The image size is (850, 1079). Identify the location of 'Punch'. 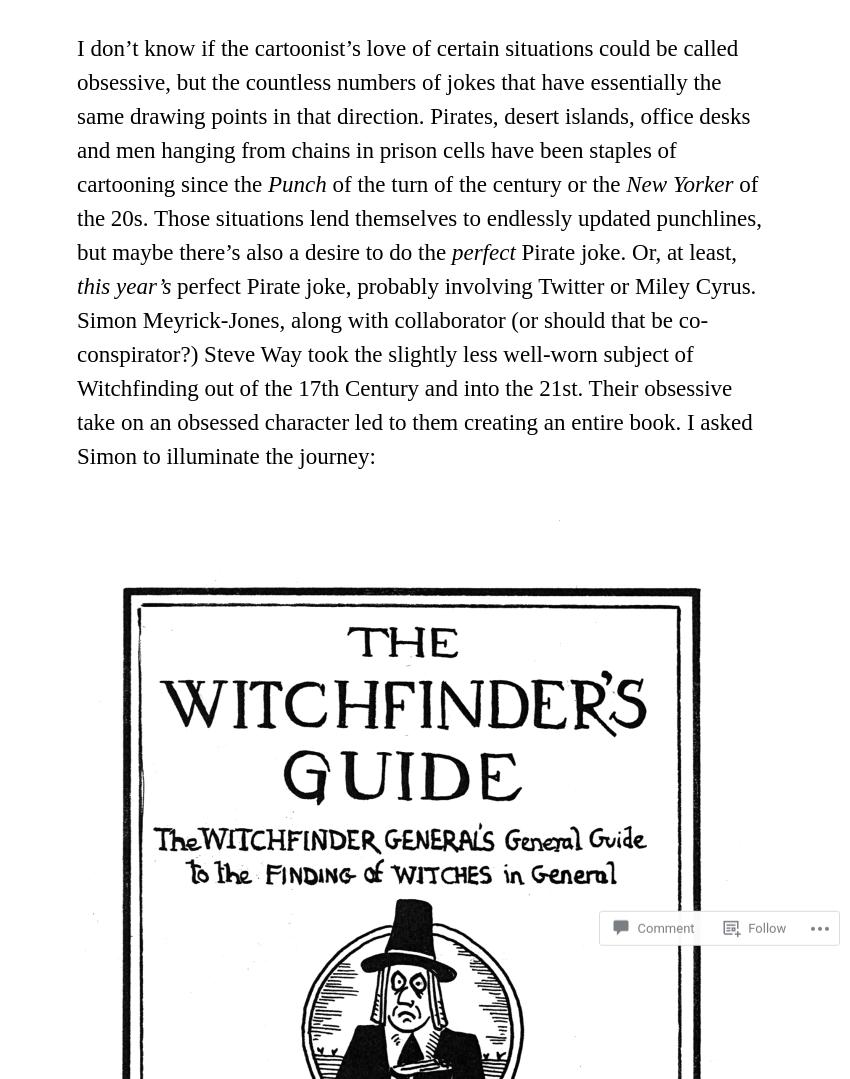
(265, 183).